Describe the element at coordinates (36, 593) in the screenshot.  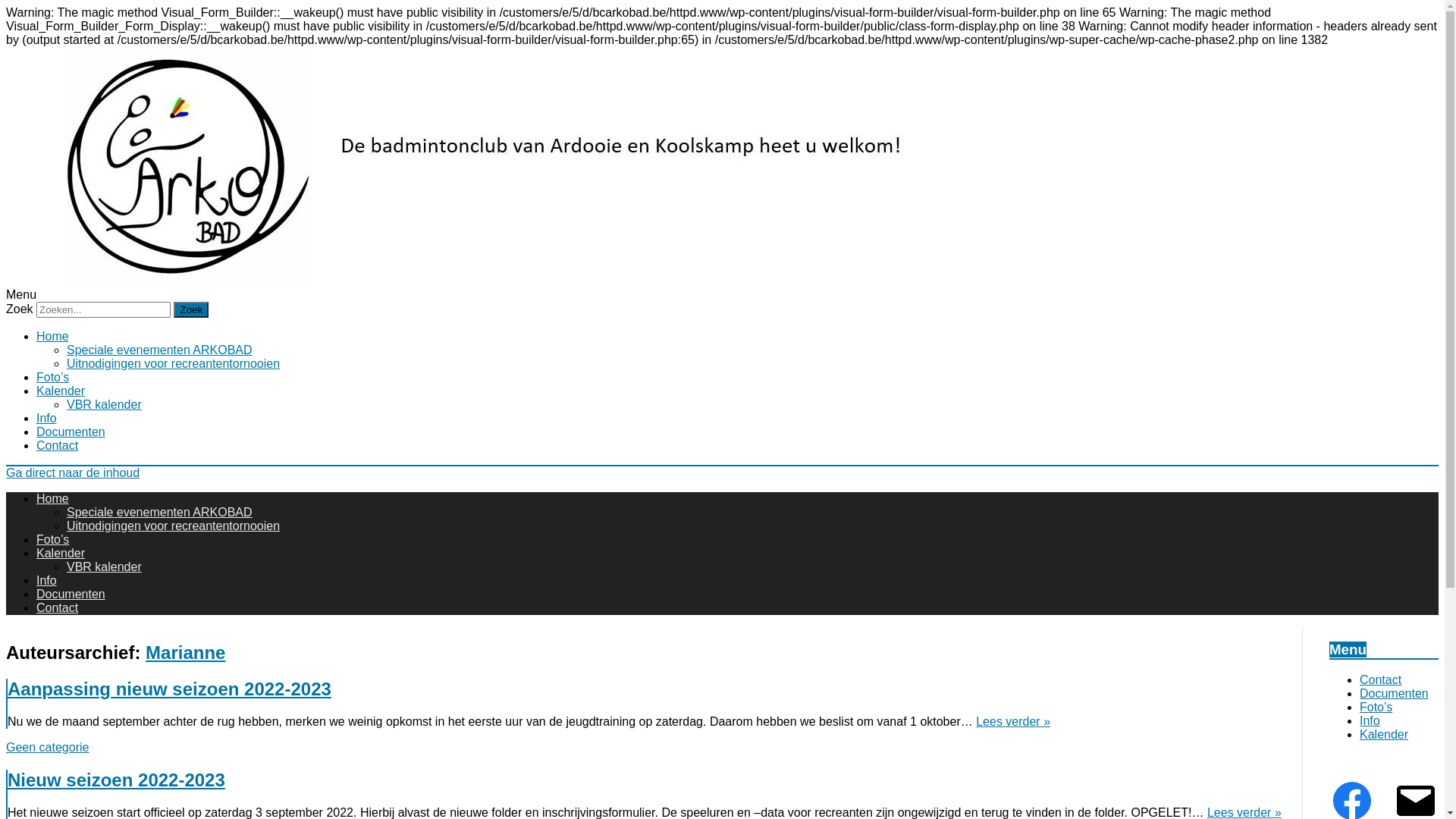
I see `'Documenten'` at that location.